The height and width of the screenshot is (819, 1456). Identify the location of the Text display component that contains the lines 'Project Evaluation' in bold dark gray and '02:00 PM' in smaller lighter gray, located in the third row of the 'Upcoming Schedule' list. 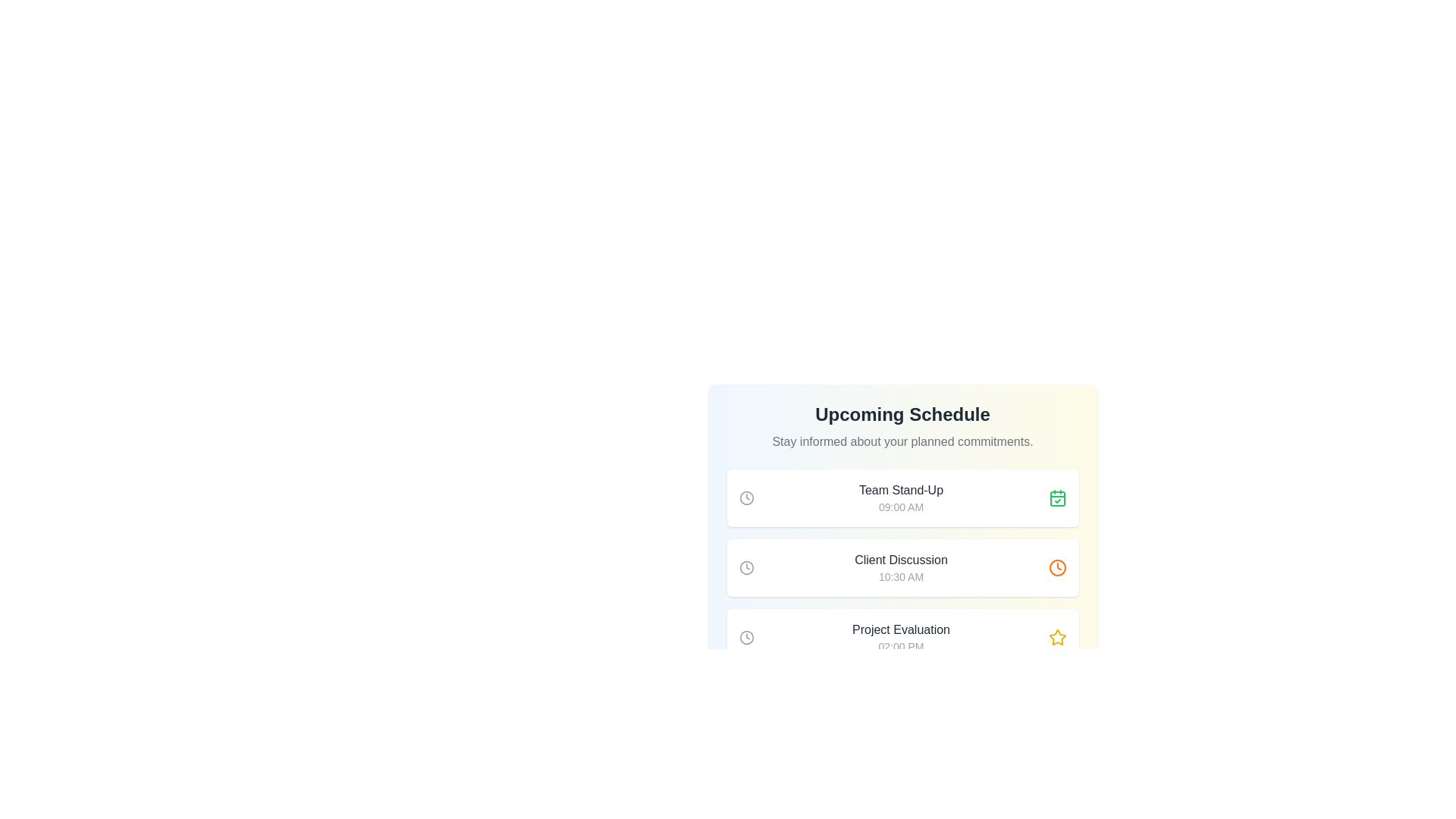
(901, 637).